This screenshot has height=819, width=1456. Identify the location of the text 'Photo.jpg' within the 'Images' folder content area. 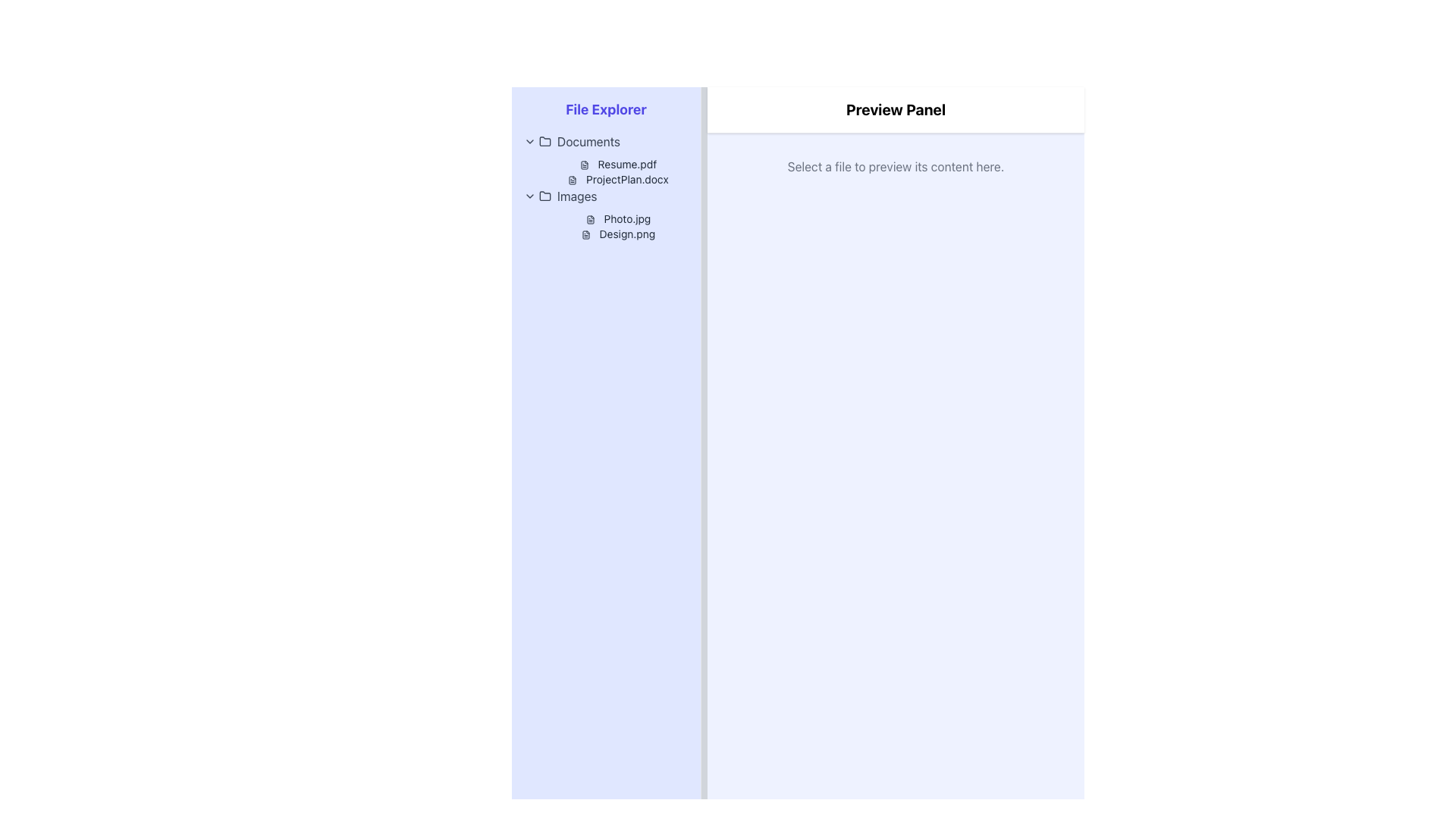
(605, 214).